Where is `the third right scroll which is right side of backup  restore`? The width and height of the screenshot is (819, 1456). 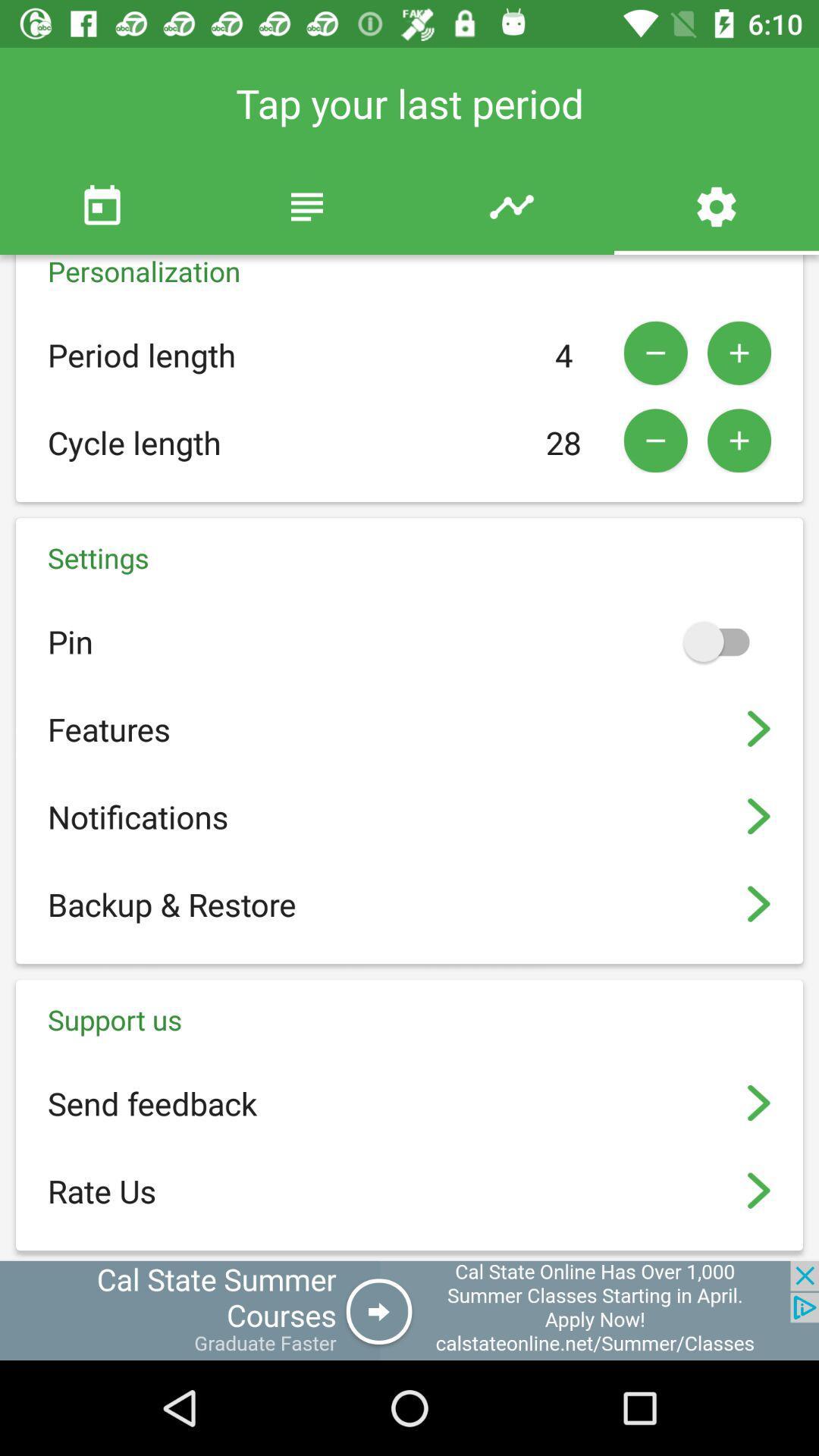
the third right scroll which is right side of backup  restore is located at coordinates (759, 904).